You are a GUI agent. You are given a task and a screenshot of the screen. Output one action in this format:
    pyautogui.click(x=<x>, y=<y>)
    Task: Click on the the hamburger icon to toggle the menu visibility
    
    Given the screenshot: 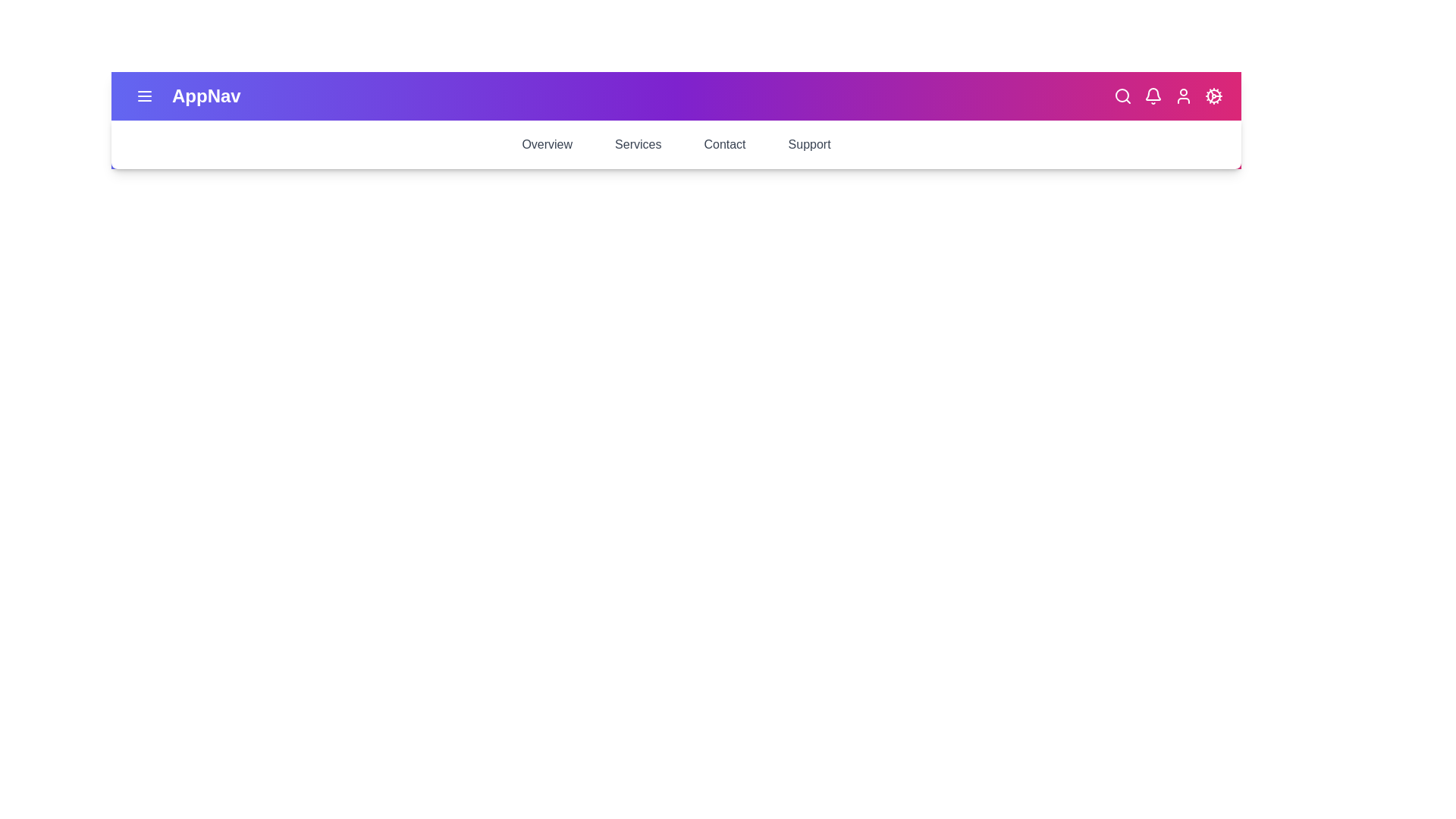 What is the action you would take?
    pyautogui.click(x=145, y=96)
    